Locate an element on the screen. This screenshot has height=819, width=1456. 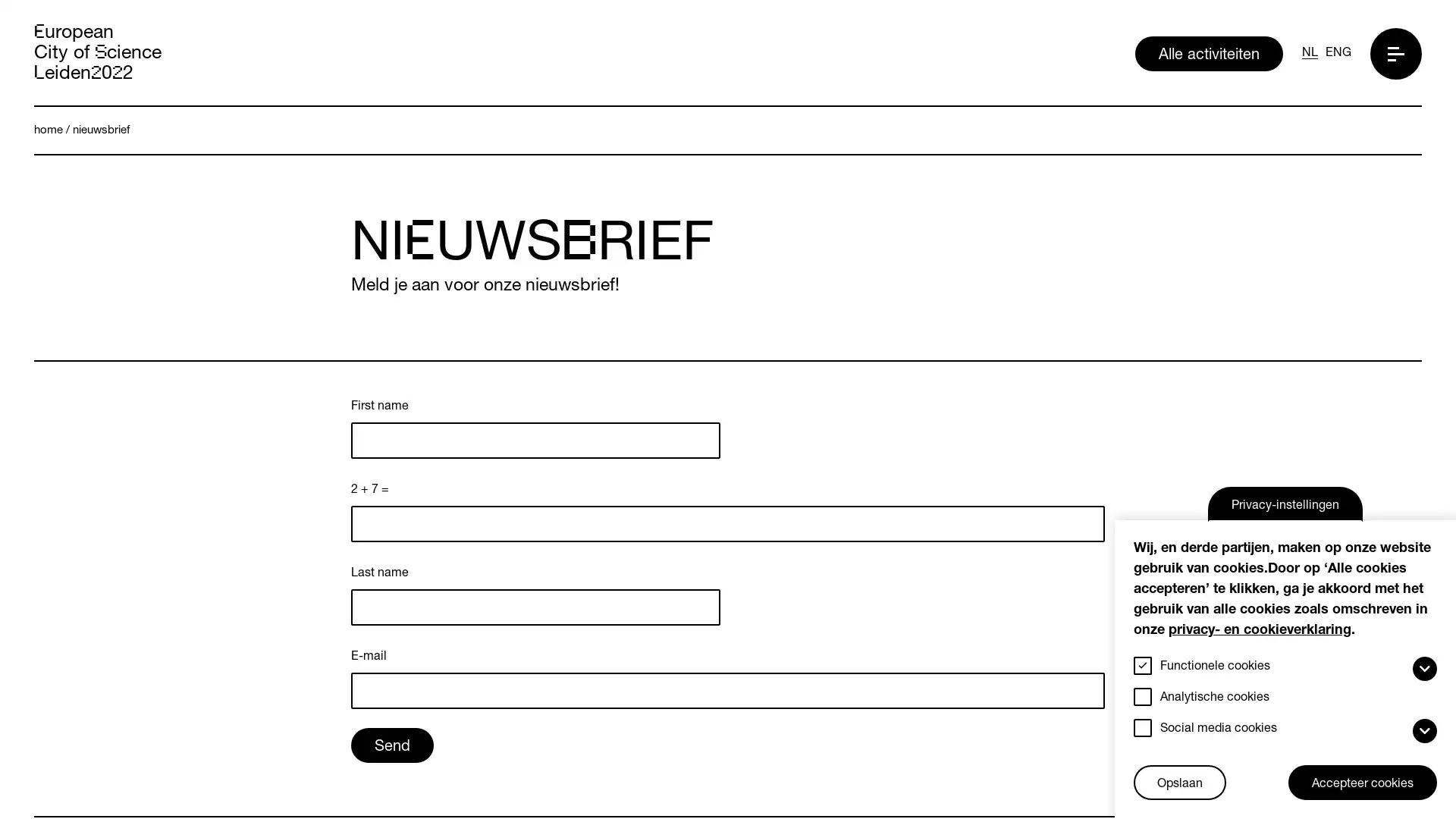
Opslaan is located at coordinates (1178, 783).